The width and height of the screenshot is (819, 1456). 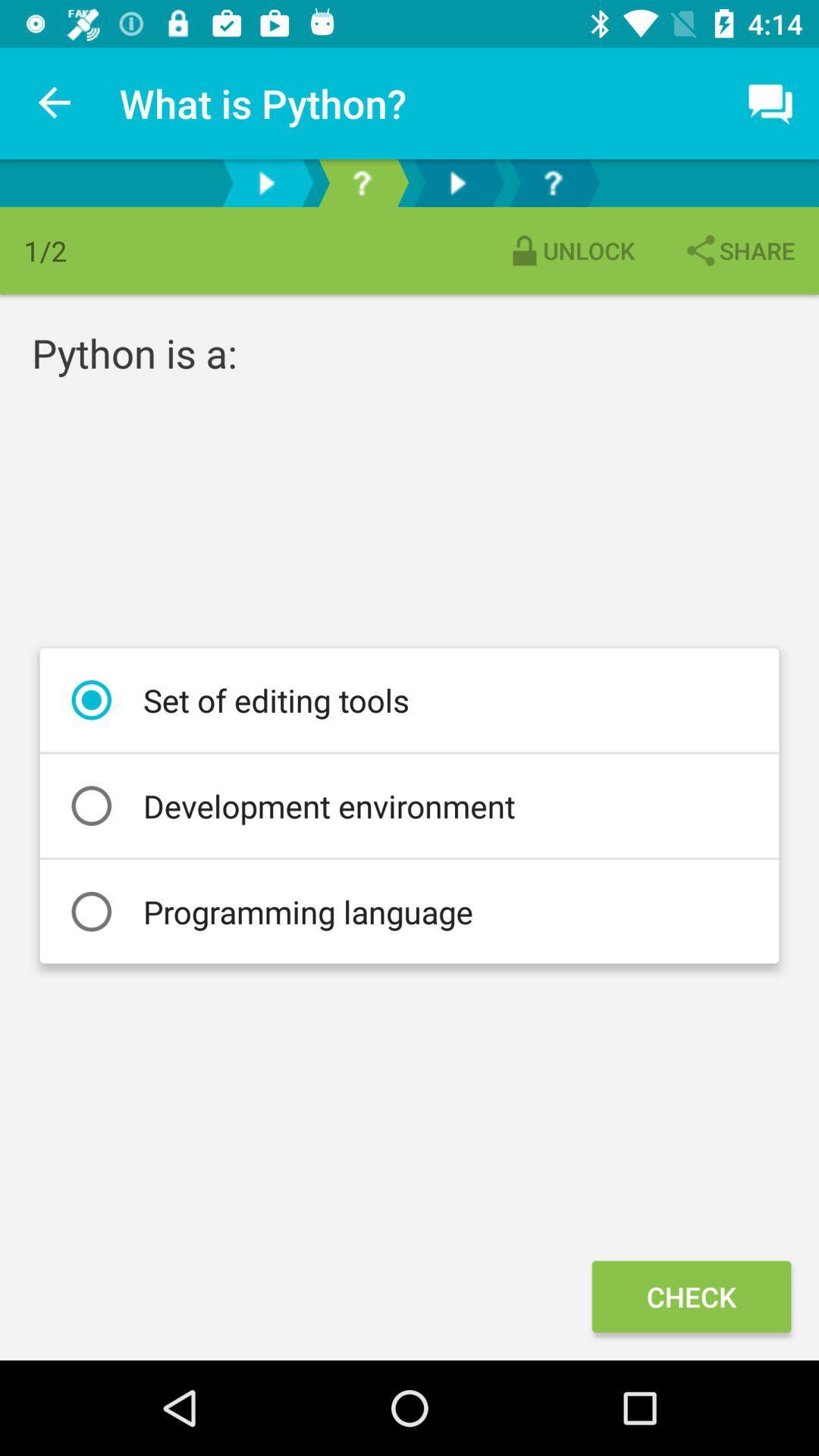 What do you see at coordinates (691, 1295) in the screenshot?
I see `the check icon` at bounding box center [691, 1295].